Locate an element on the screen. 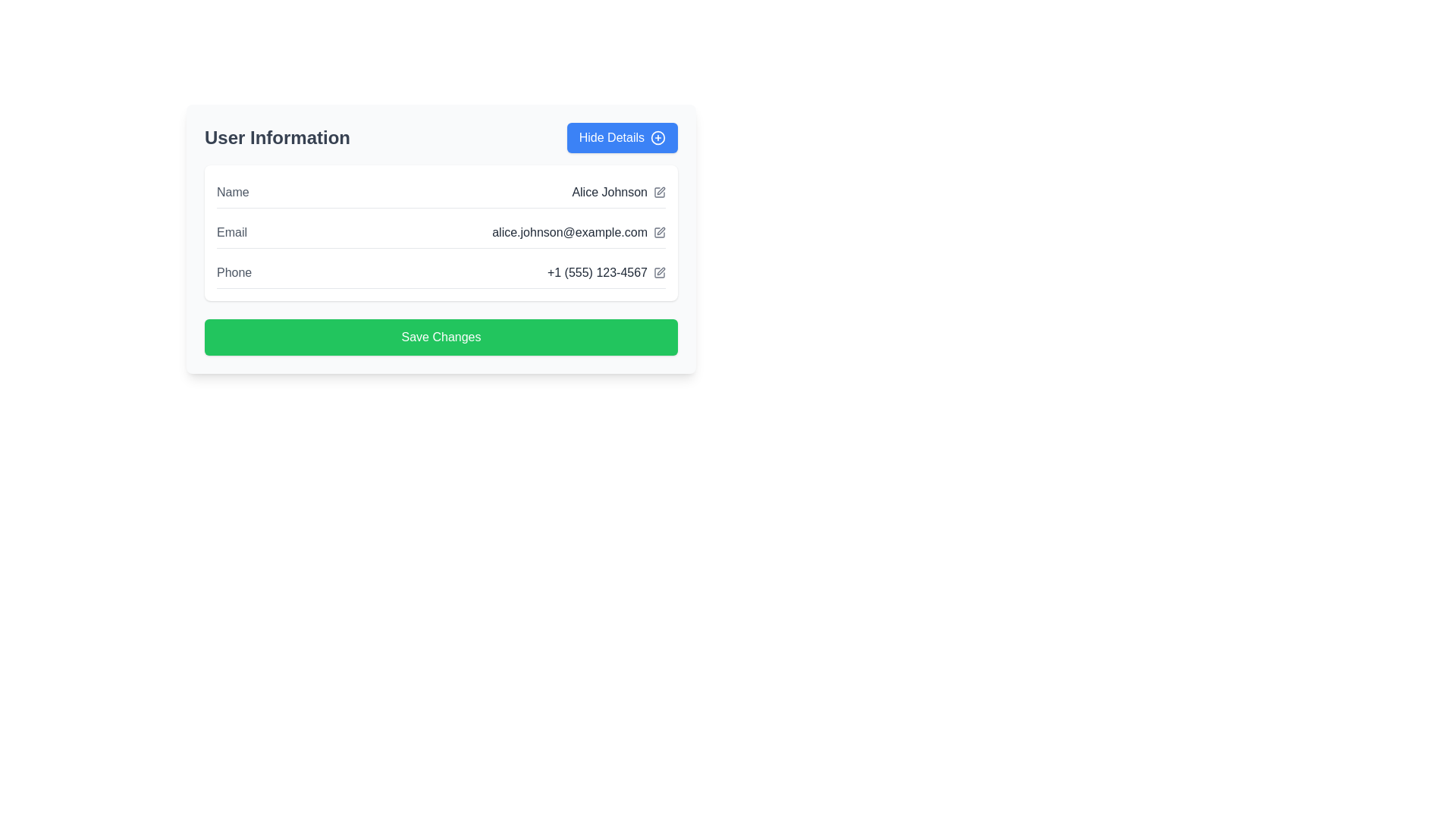 The image size is (1456, 819). on the email address located in the central section of the 'Email' row, positioned is located at coordinates (578, 233).